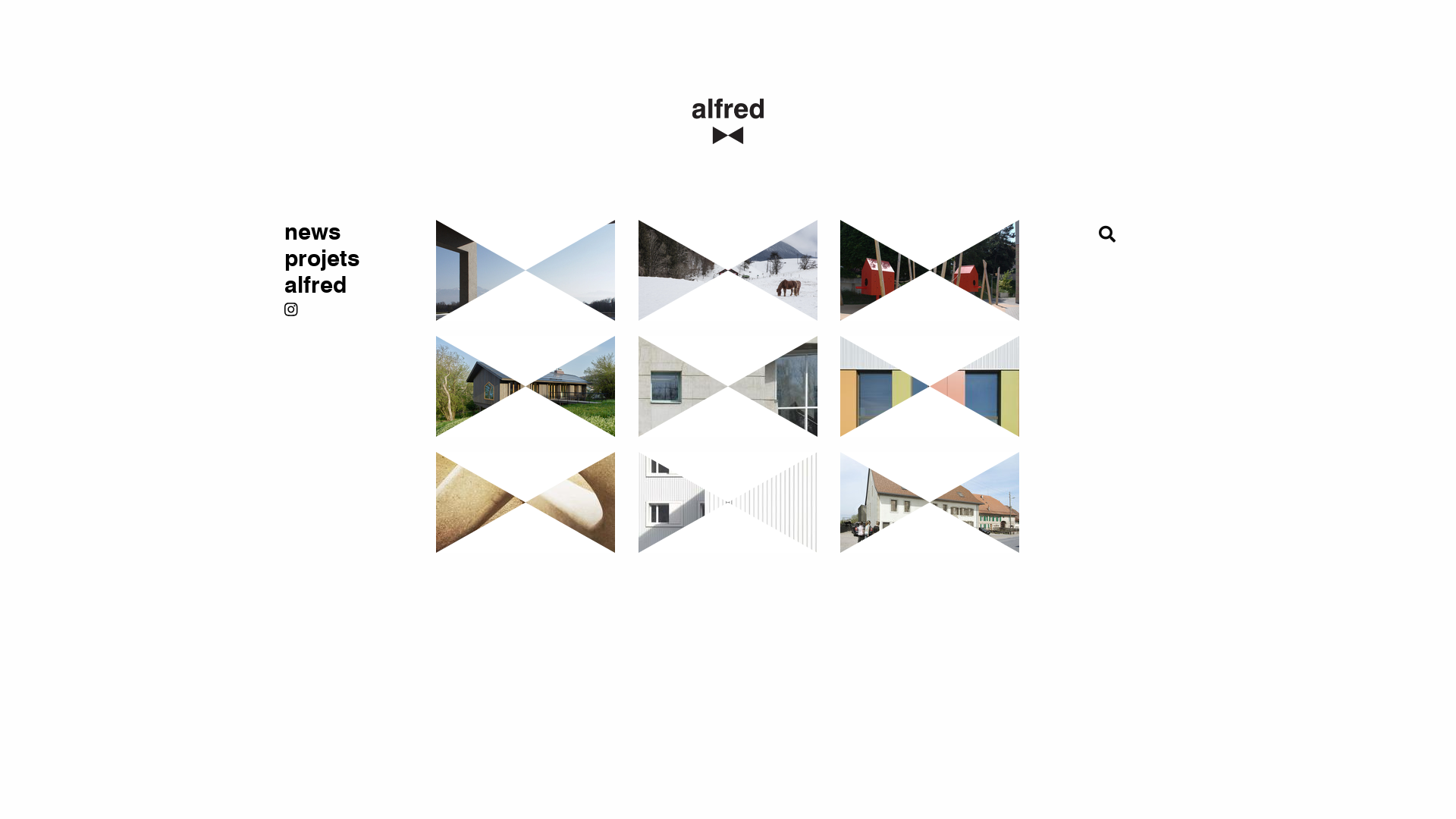 The height and width of the screenshot is (819, 1456). Describe the element at coordinates (348, 286) in the screenshot. I see `'alfred'` at that location.